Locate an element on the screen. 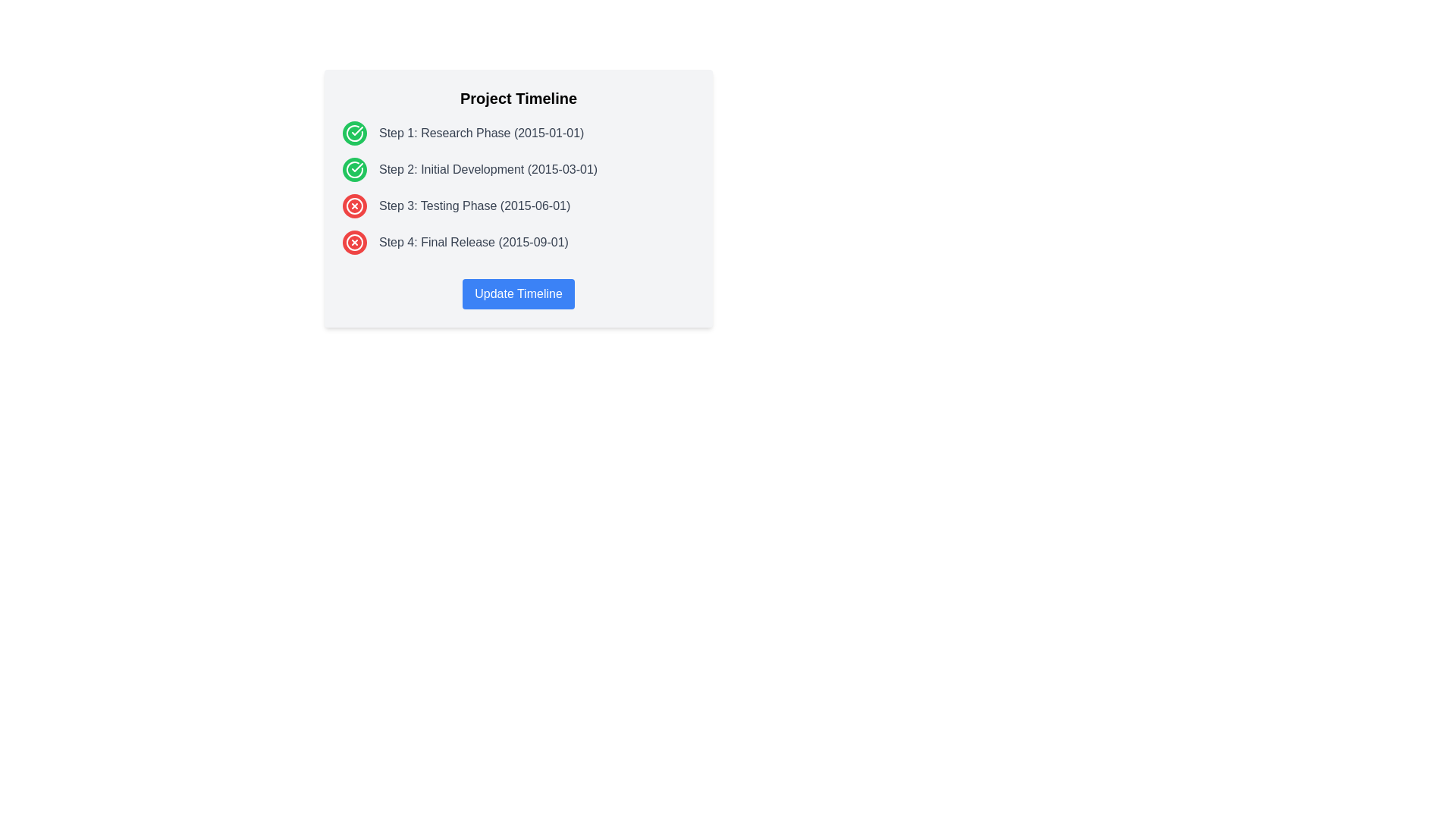 The image size is (1456, 819). the project timeline element is located at coordinates (519, 187).